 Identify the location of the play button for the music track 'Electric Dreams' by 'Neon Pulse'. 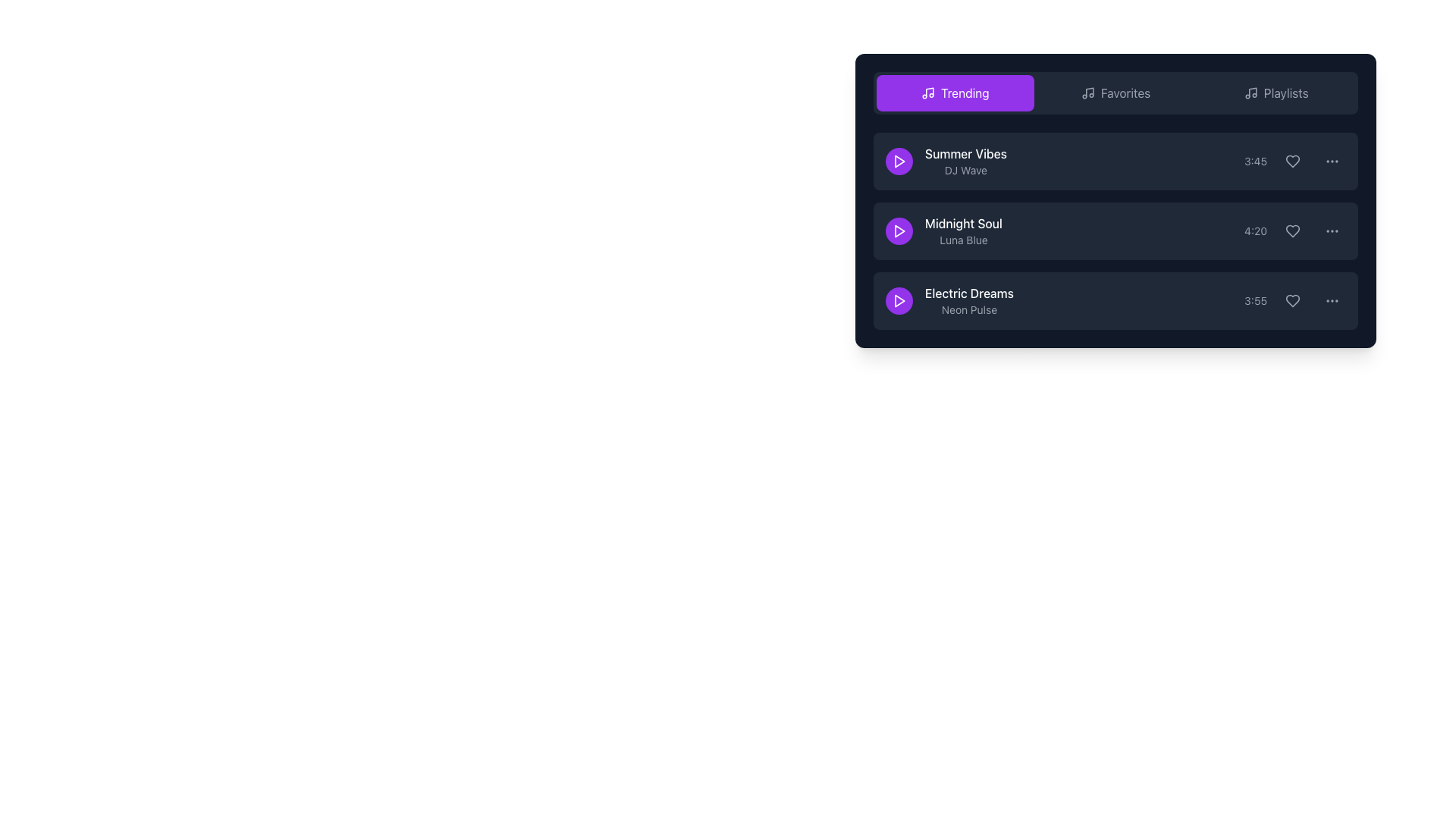
(899, 301).